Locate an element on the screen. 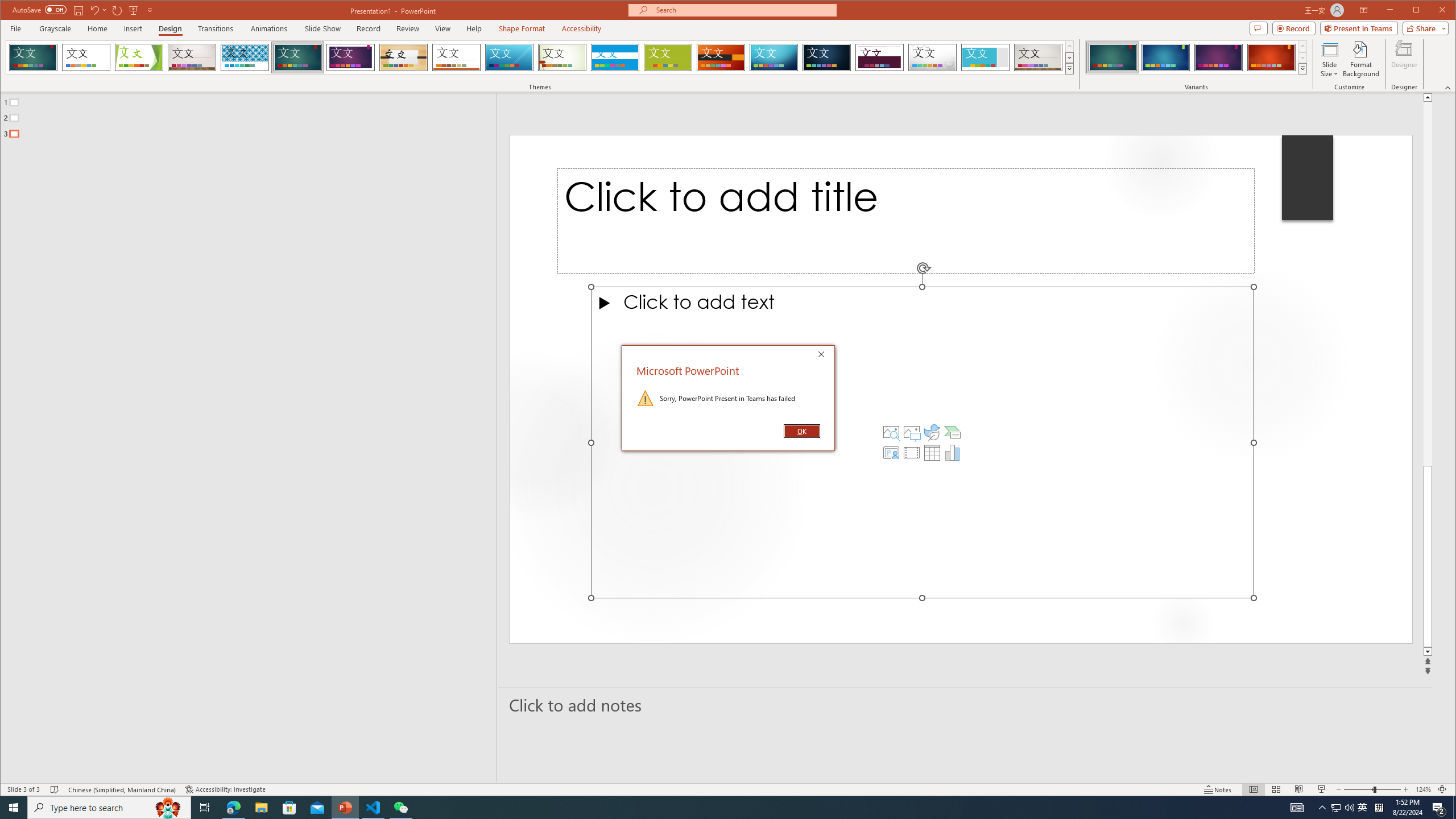 This screenshot has height=819, width=1456. 'Banded' is located at coordinates (614, 57).